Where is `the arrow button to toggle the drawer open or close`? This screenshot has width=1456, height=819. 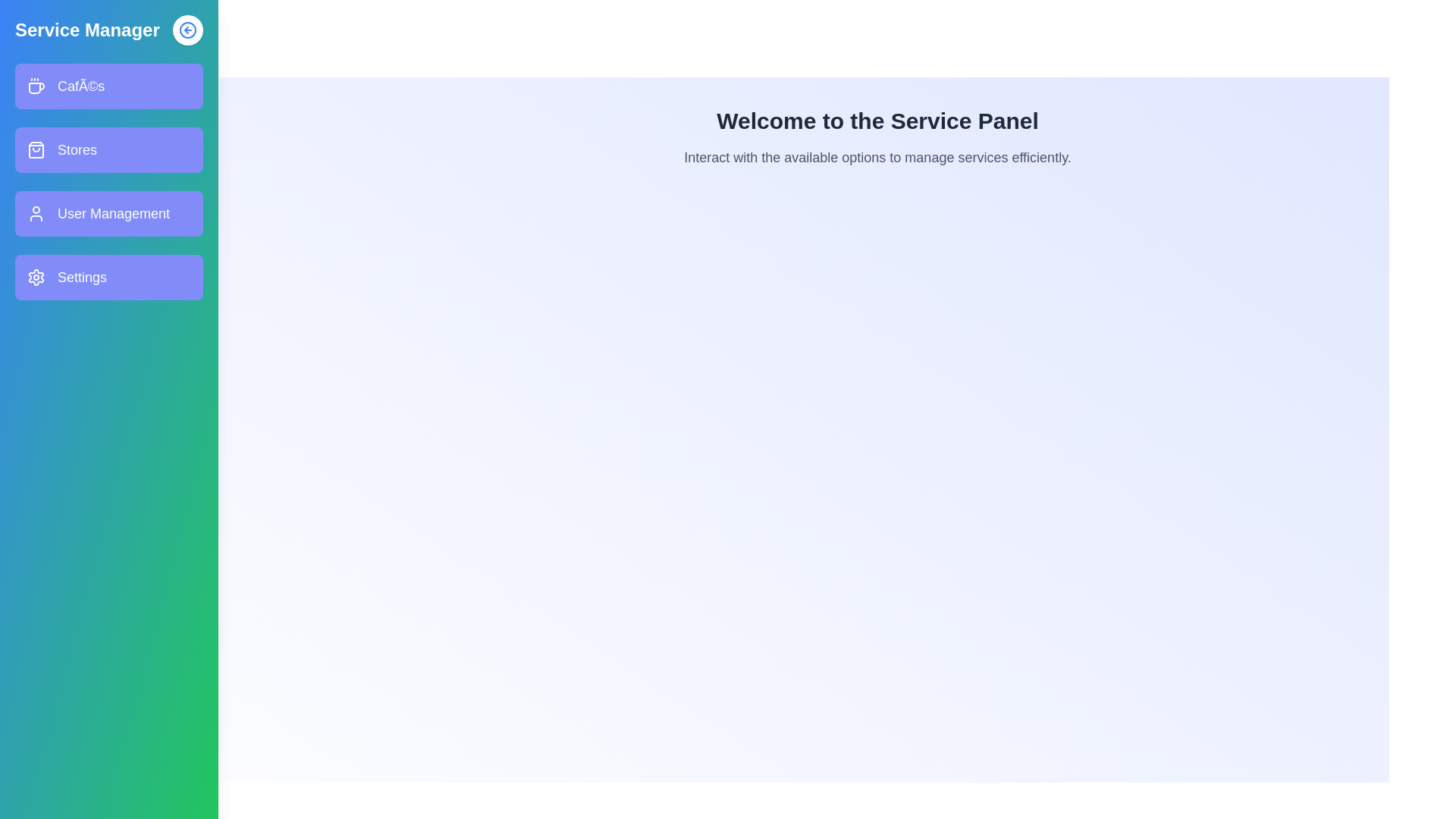
the arrow button to toggle the drawer open or close is located at coordinates (187, 30).